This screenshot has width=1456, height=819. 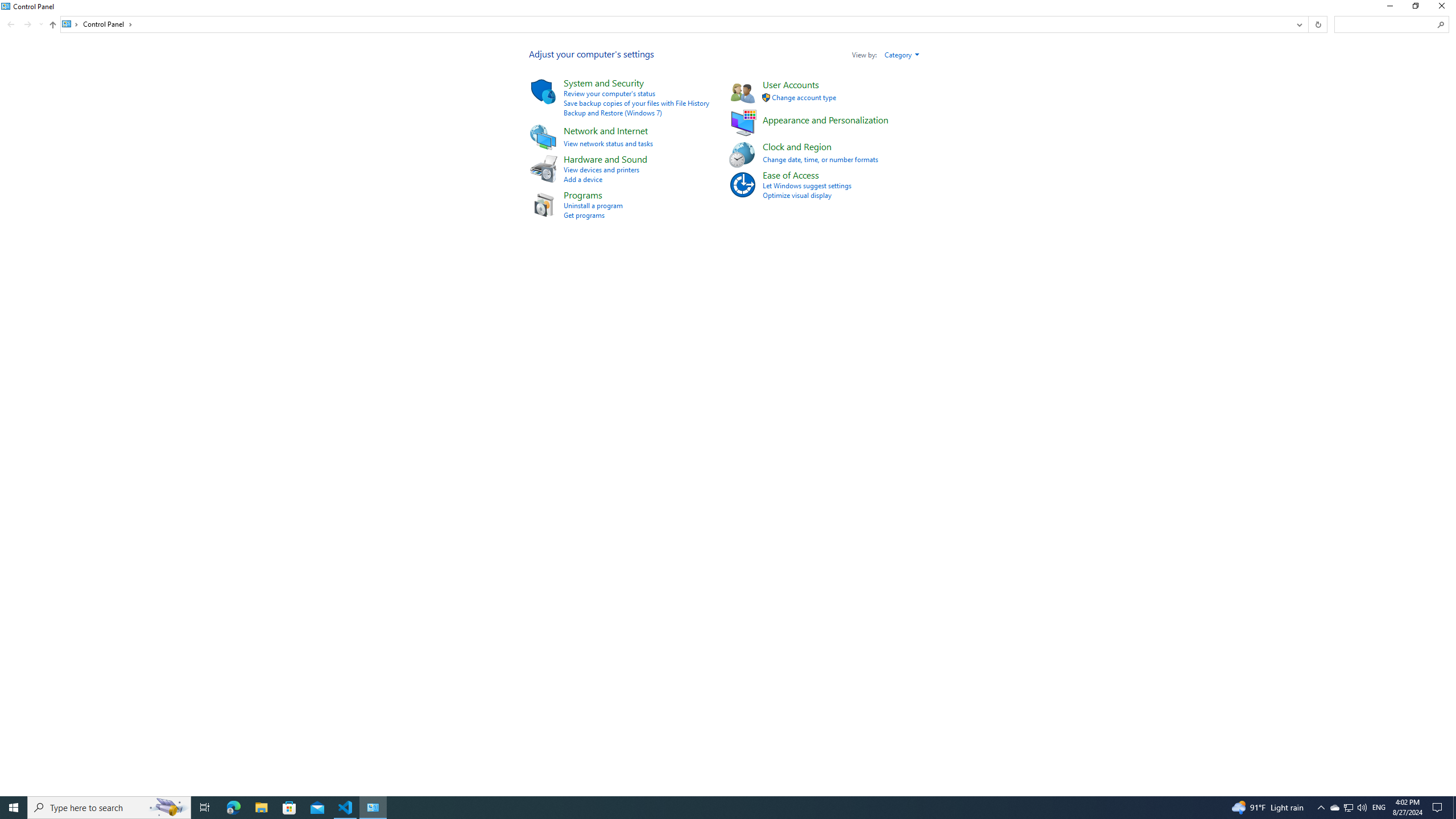 I want to click on 'Backup and Restore (Windows 7)', so click(x=612, y=113).